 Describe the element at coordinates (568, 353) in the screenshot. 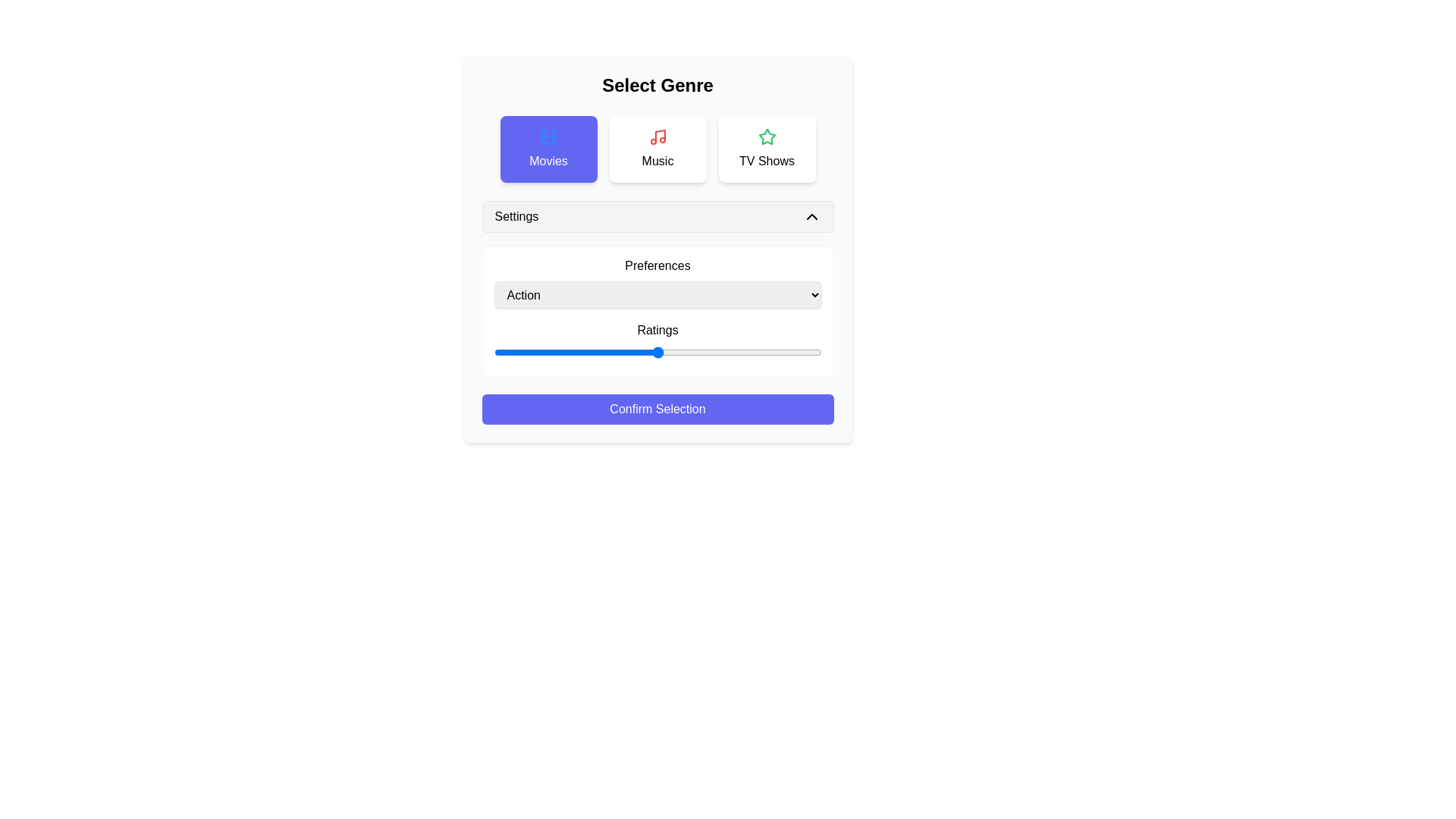

I see `the rating value` at that location.